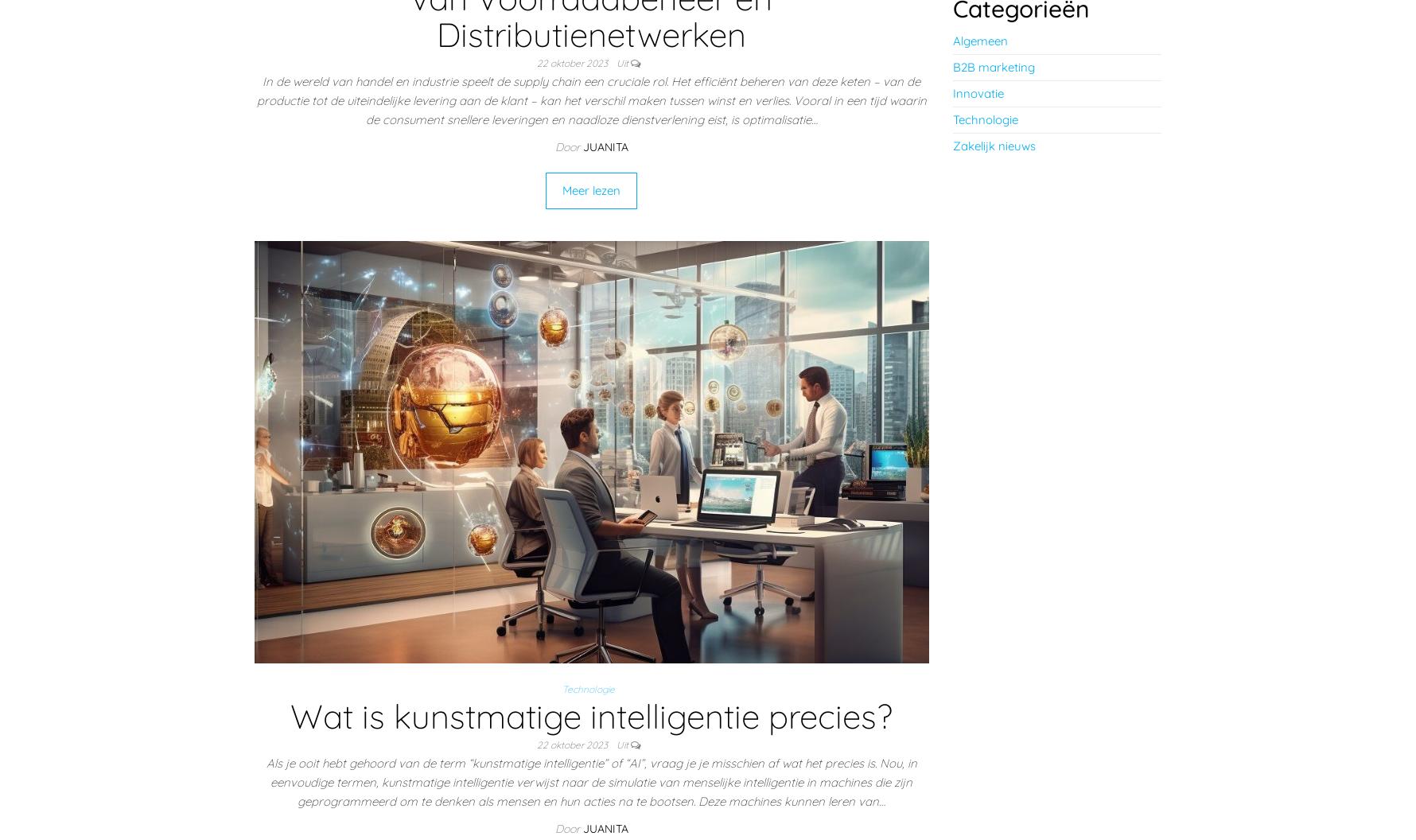  Describe the element at coordinates (590, 782) in the screenshot. I see `'Als je ooit hebt gehoord van de term “kunstmatige intelligentie” of “AI”, vraag je je misschien af wat het precies is. Nou, in eenvoudige termen, kunstmatige intelligentie verwijst naar de simulatie van menselijke intelligentie in machines die zijn geprogrammeerd om te denken als mensen en hun acties na te bootsen. Deze machines kunnen leren van…'` at that location.